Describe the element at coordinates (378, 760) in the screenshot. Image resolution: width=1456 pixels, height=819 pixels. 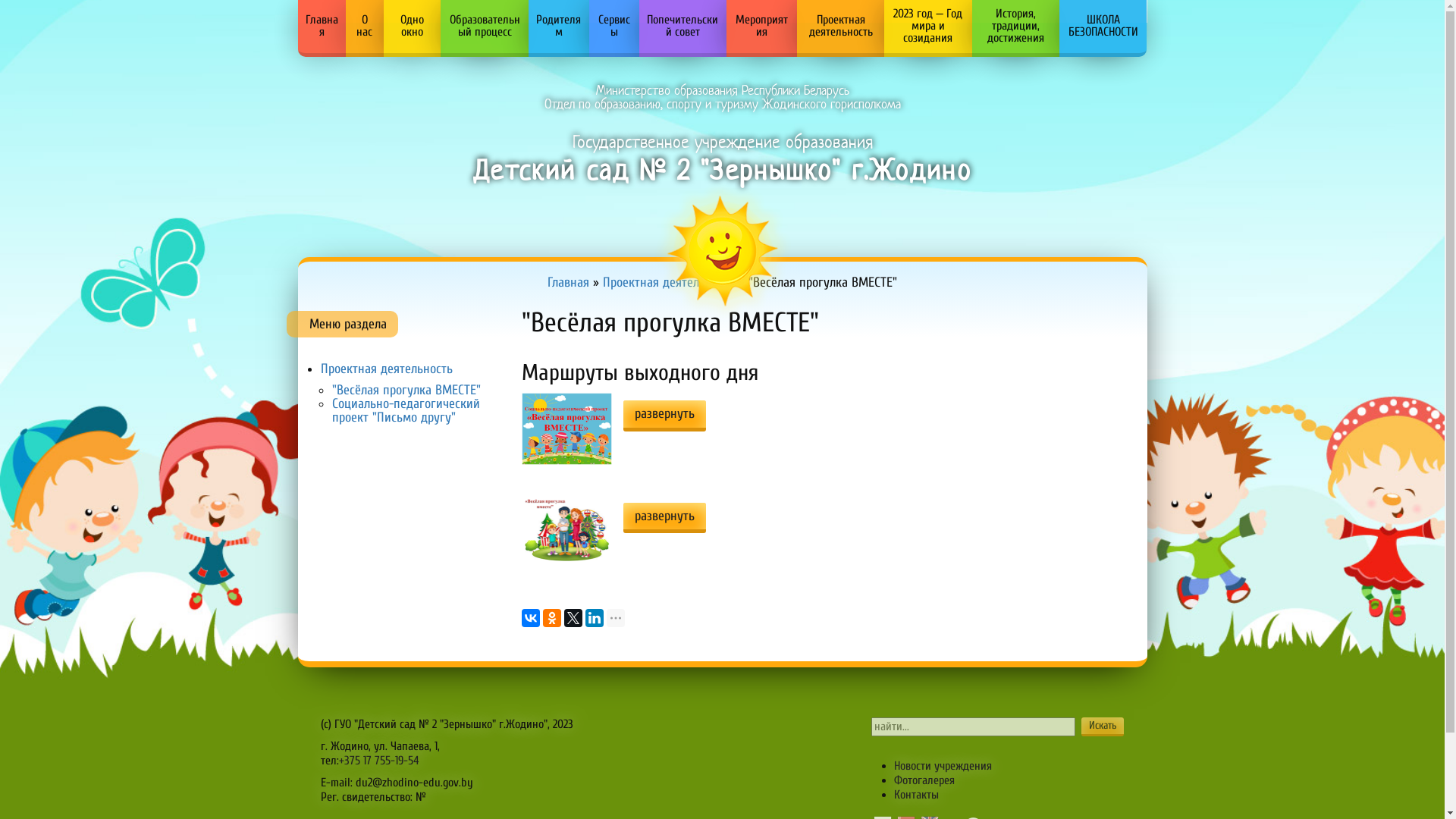
I see `'+375 17 755-19-54'` at that location.